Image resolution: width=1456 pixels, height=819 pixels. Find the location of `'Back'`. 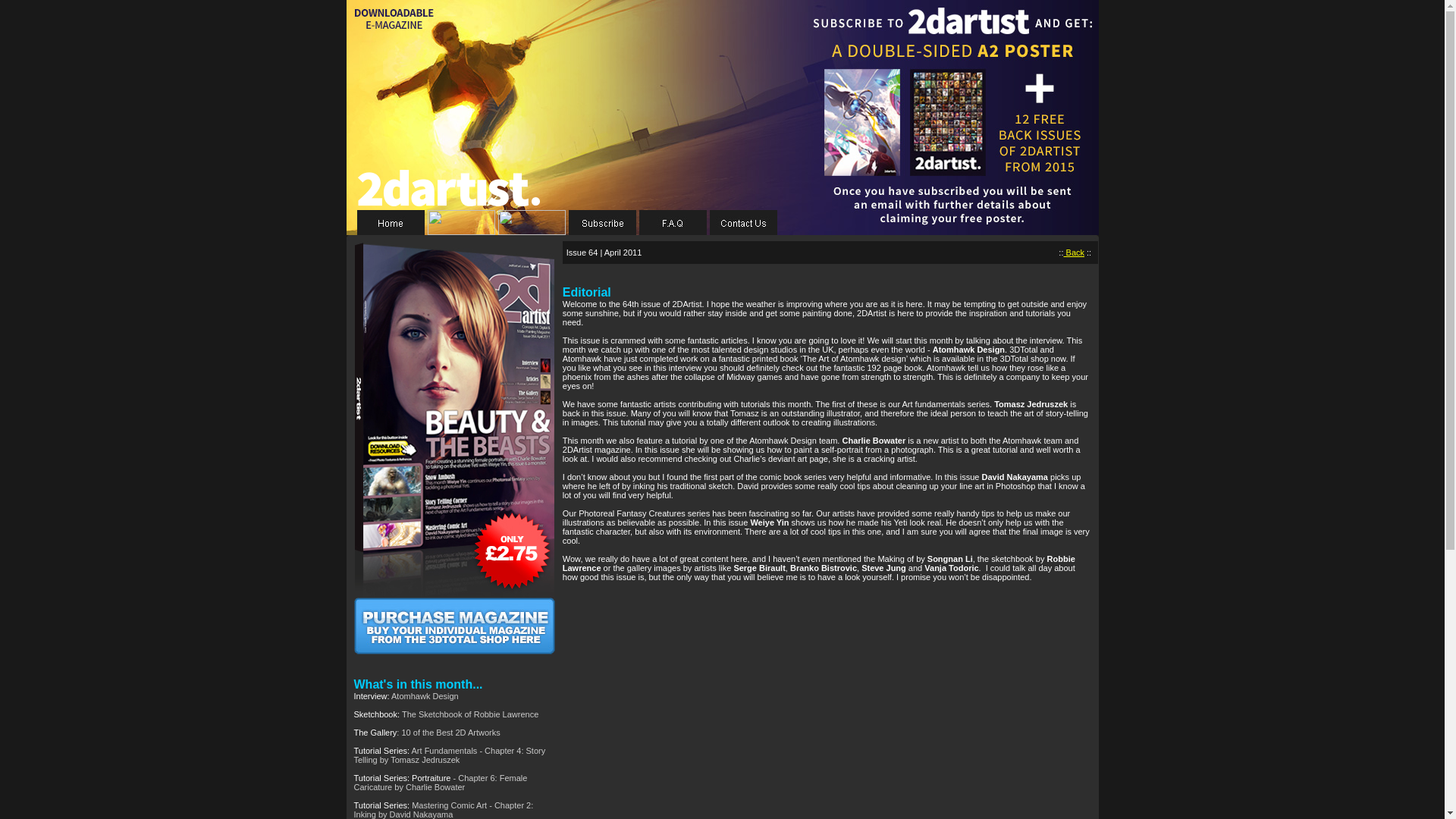

'Back' is located at coordinates (1073, 251).